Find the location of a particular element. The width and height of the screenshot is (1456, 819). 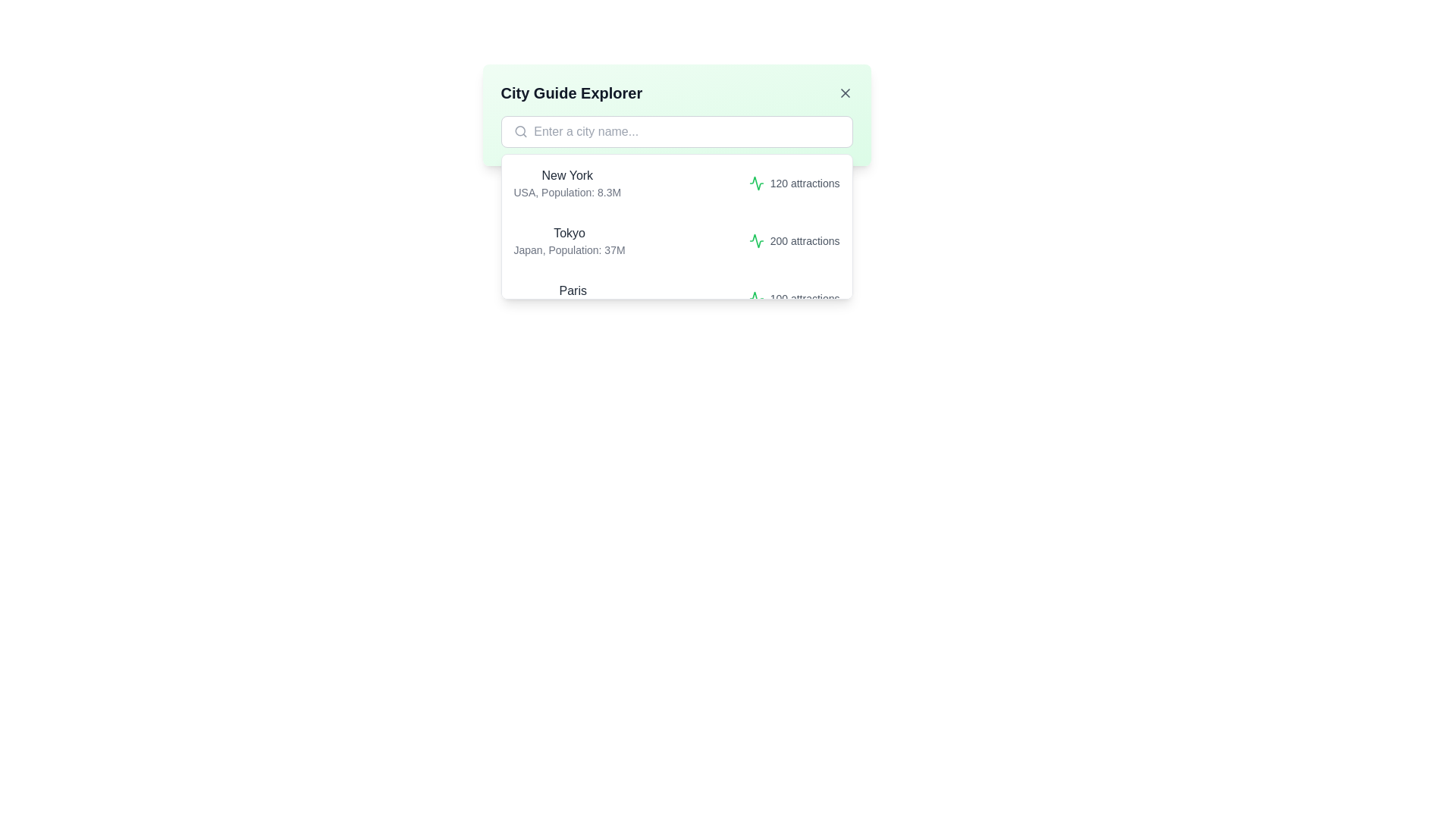

the green heartbeat-like icon that is positioned adjacent to the text label '200 attractions', which indicates its purpose related to the attractions count in Tokyo is located at coordinates (756, 240).